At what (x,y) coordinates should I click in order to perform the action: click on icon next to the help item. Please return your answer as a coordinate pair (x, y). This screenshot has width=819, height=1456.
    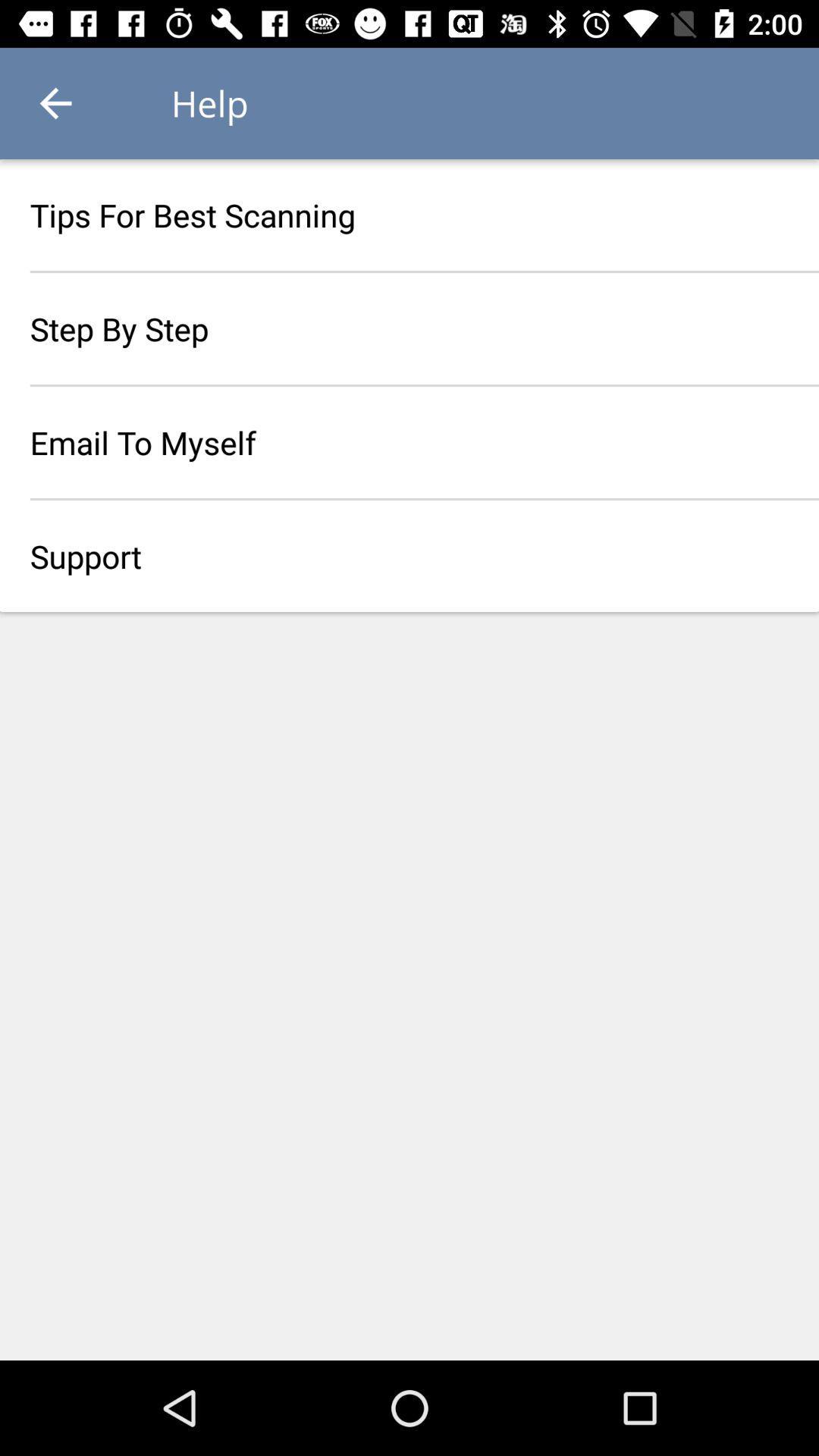
    Looking at the image, I should click on (55, 102).